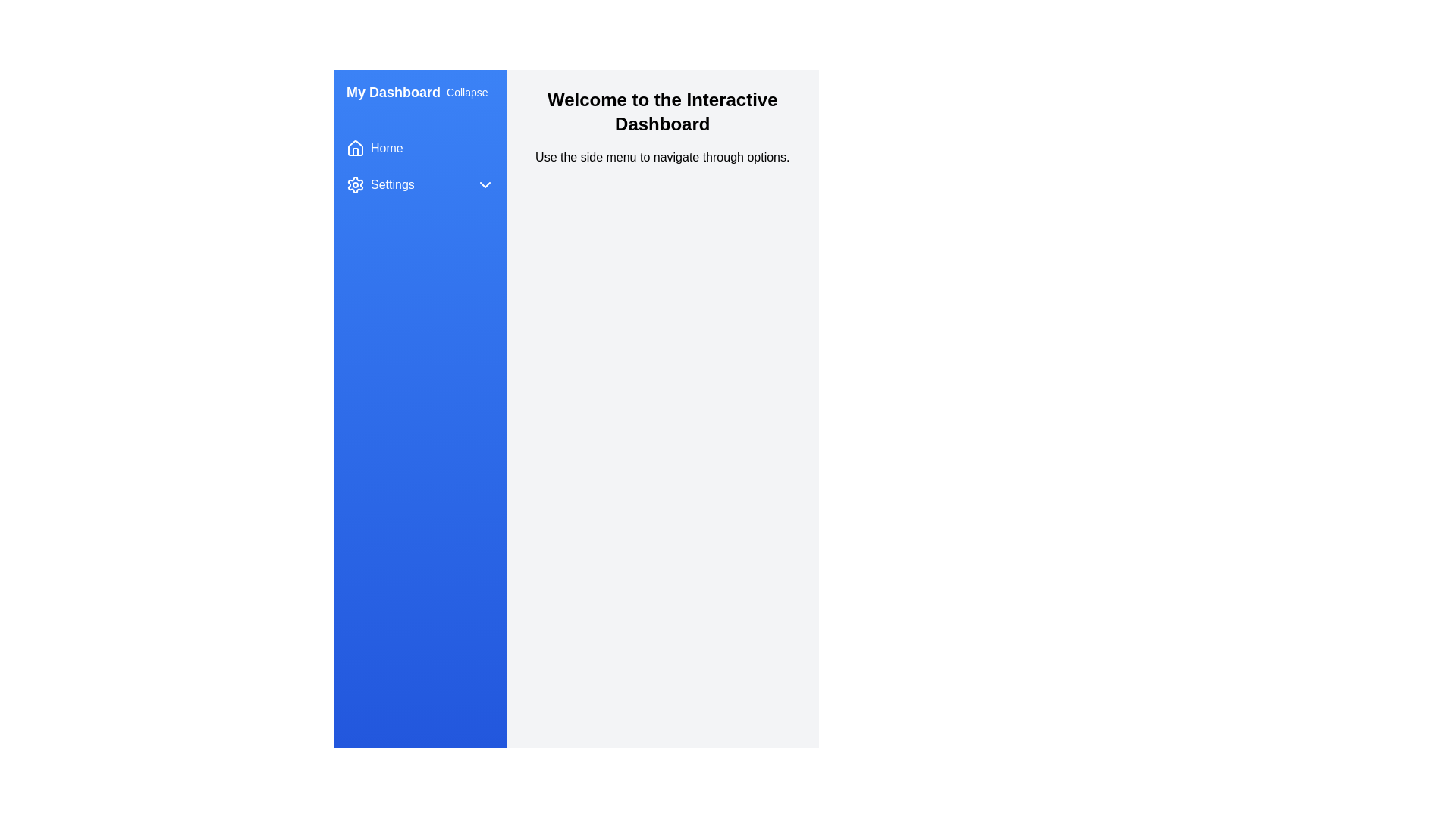  What do you see at coordinates (355, 149) in the screenshot?
I see `the 'Home' icon in the sidebar navigation, which is located near the top of the vertical menu to the left of the 'Home' text label` at bounding box center [355, 149].